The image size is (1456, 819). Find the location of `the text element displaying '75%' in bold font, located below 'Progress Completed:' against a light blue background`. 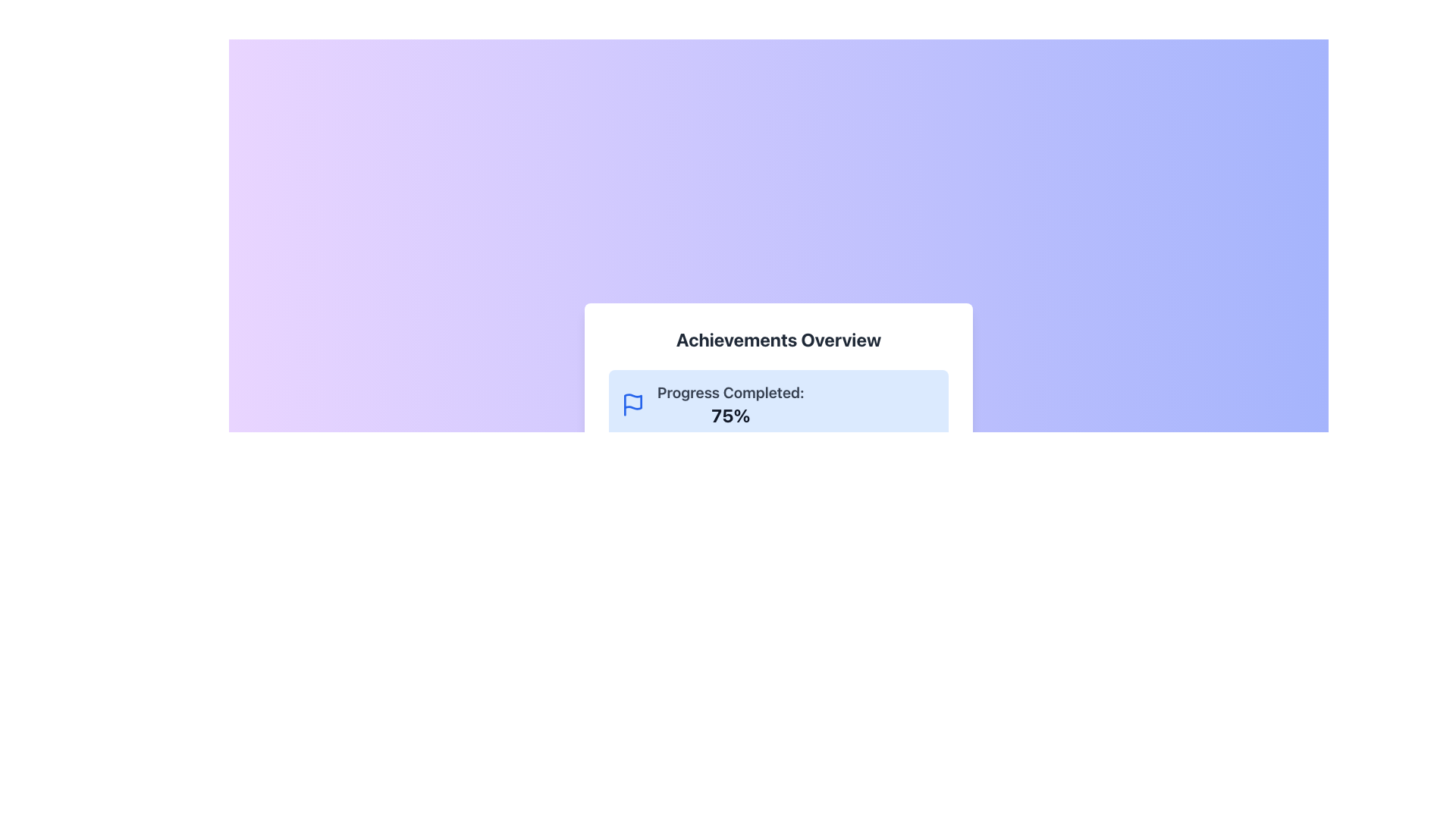

the text element displaying '75%' in bold font, located below 'Progress Completed:' against a light blue background is located at coordinates (730, 415).